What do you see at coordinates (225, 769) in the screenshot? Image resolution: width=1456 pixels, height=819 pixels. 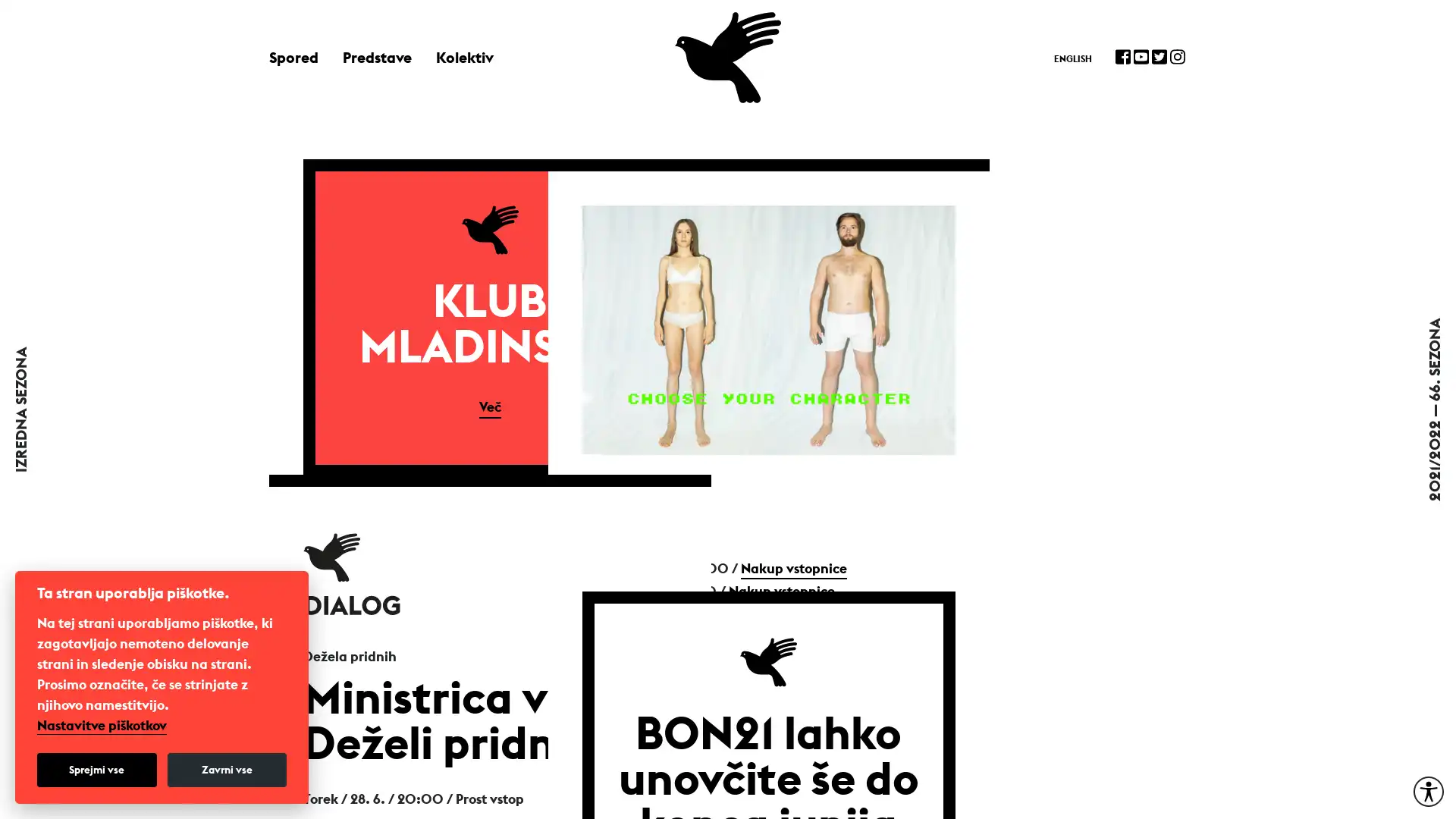 I see `Zavrni vse` at bounding box center [225, 769].